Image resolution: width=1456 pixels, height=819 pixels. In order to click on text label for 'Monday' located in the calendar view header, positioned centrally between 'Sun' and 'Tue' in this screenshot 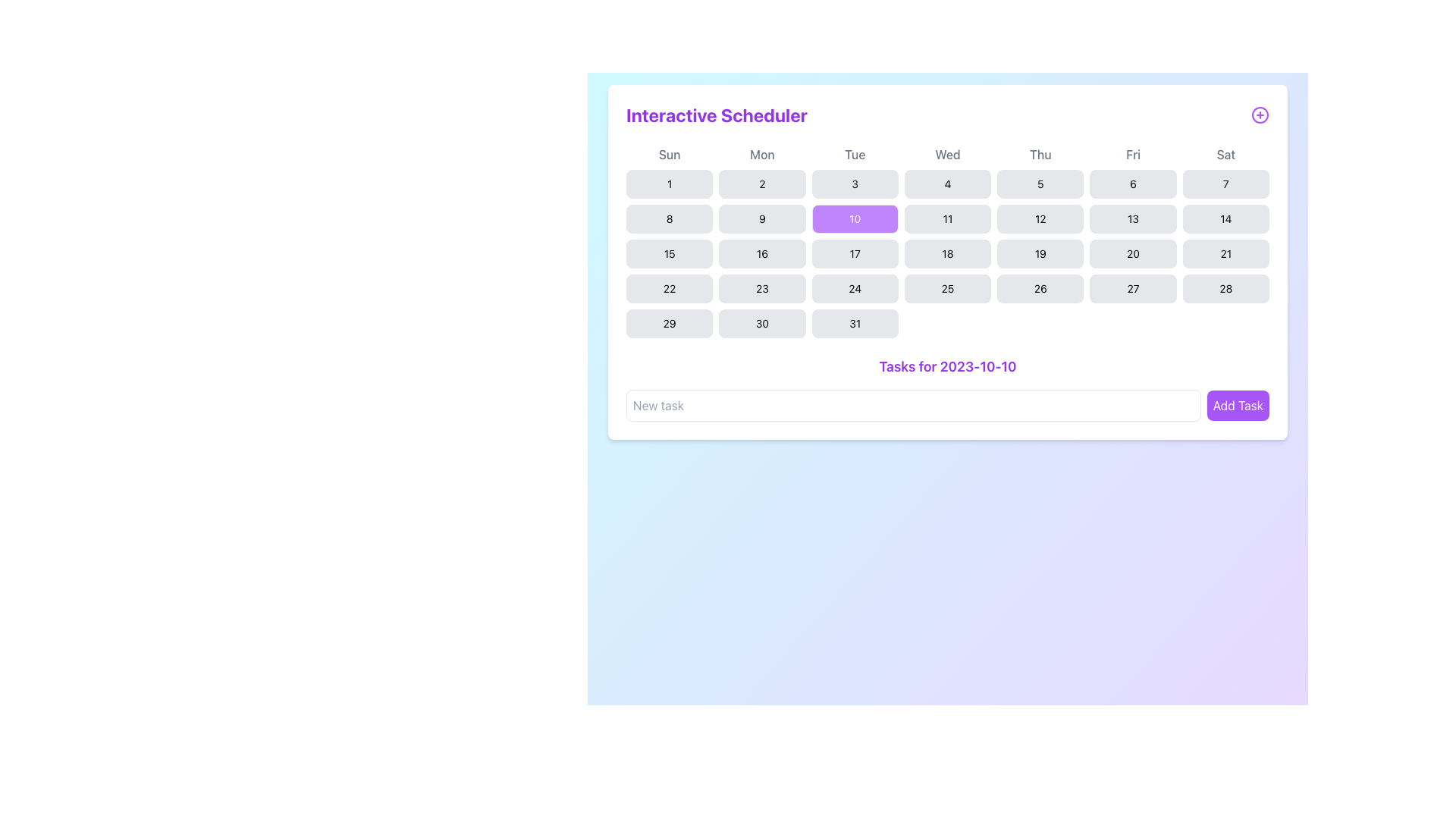, I will do `click(762, 155)`.